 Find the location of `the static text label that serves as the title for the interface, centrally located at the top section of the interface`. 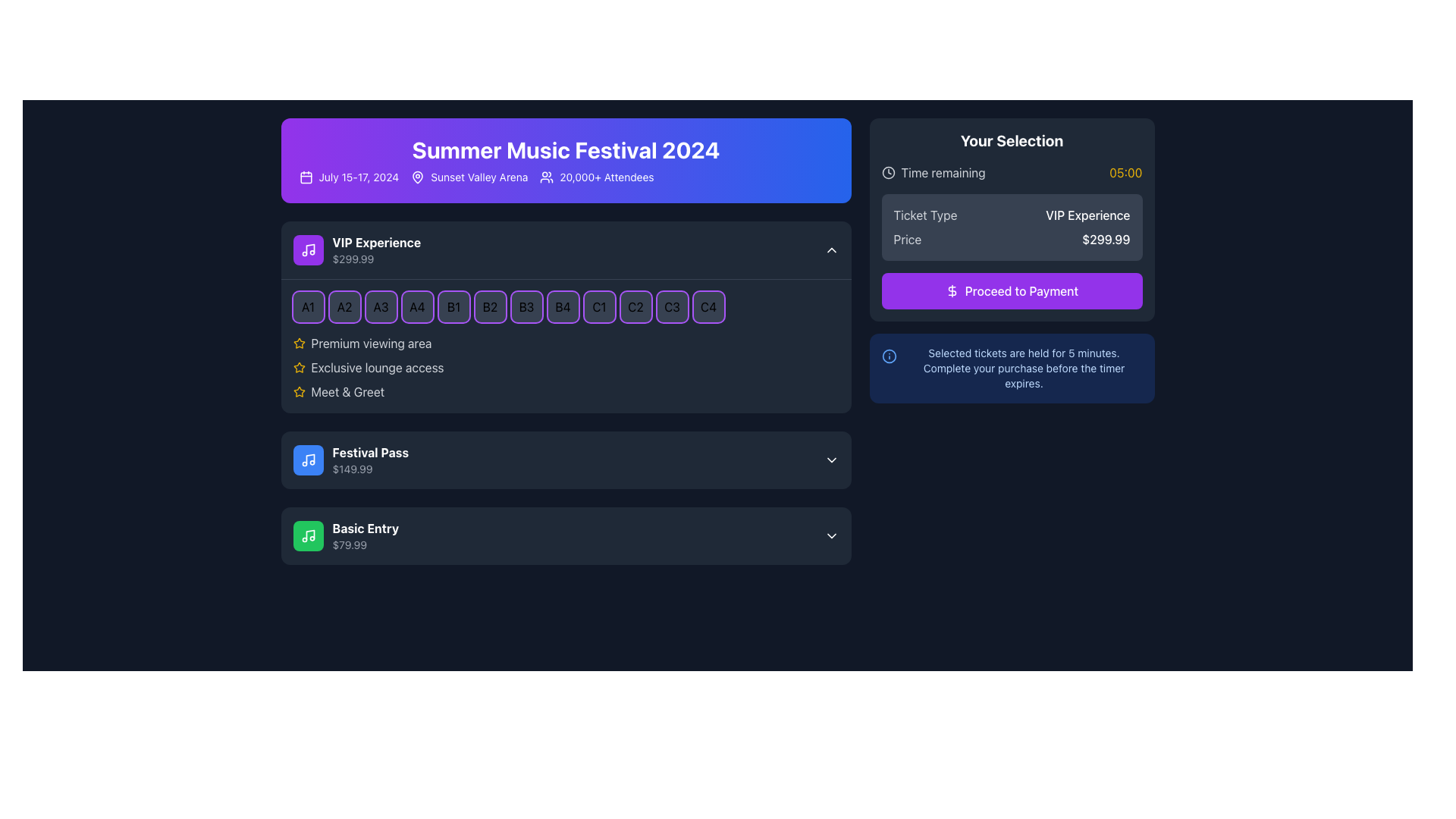

the static text label that serves as the title for the interface, centrally located at the top section of the interface is located at coordinates (565, 149).